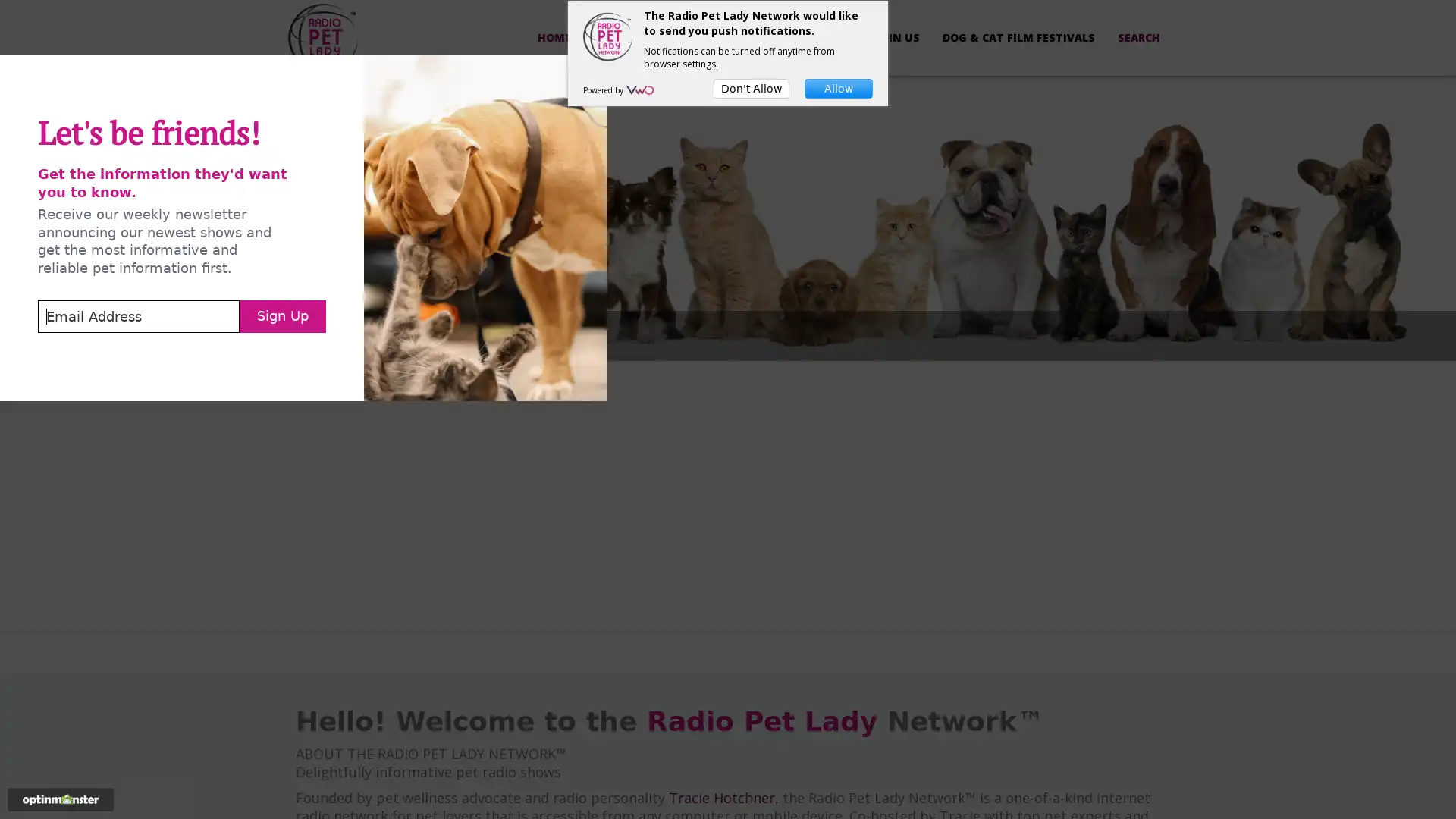 Image resolution: width=1456 pixels, height=819 pixels. I want to click on Don't Allow, so click(751, 87).